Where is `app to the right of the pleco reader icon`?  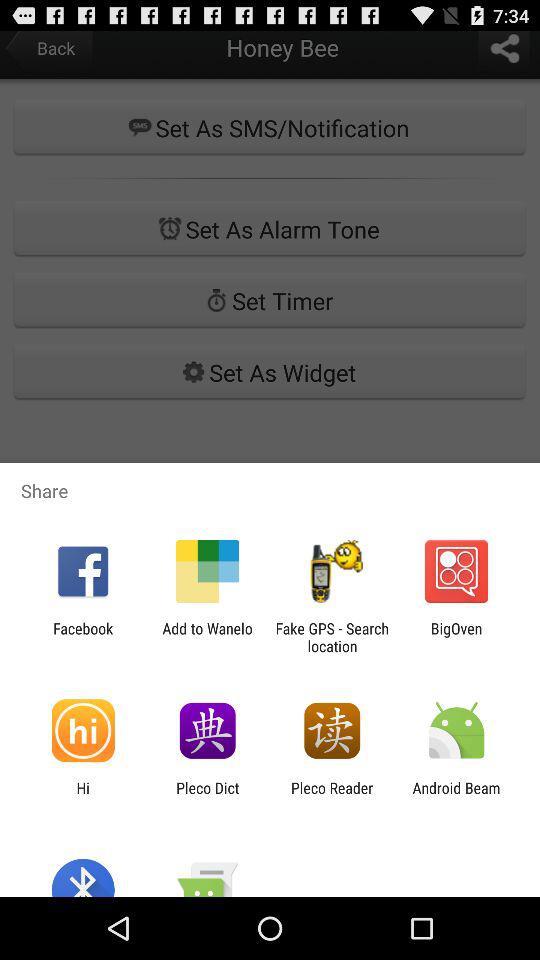 app to the right of the pleco reader icon is located at coordinates (456, 796).